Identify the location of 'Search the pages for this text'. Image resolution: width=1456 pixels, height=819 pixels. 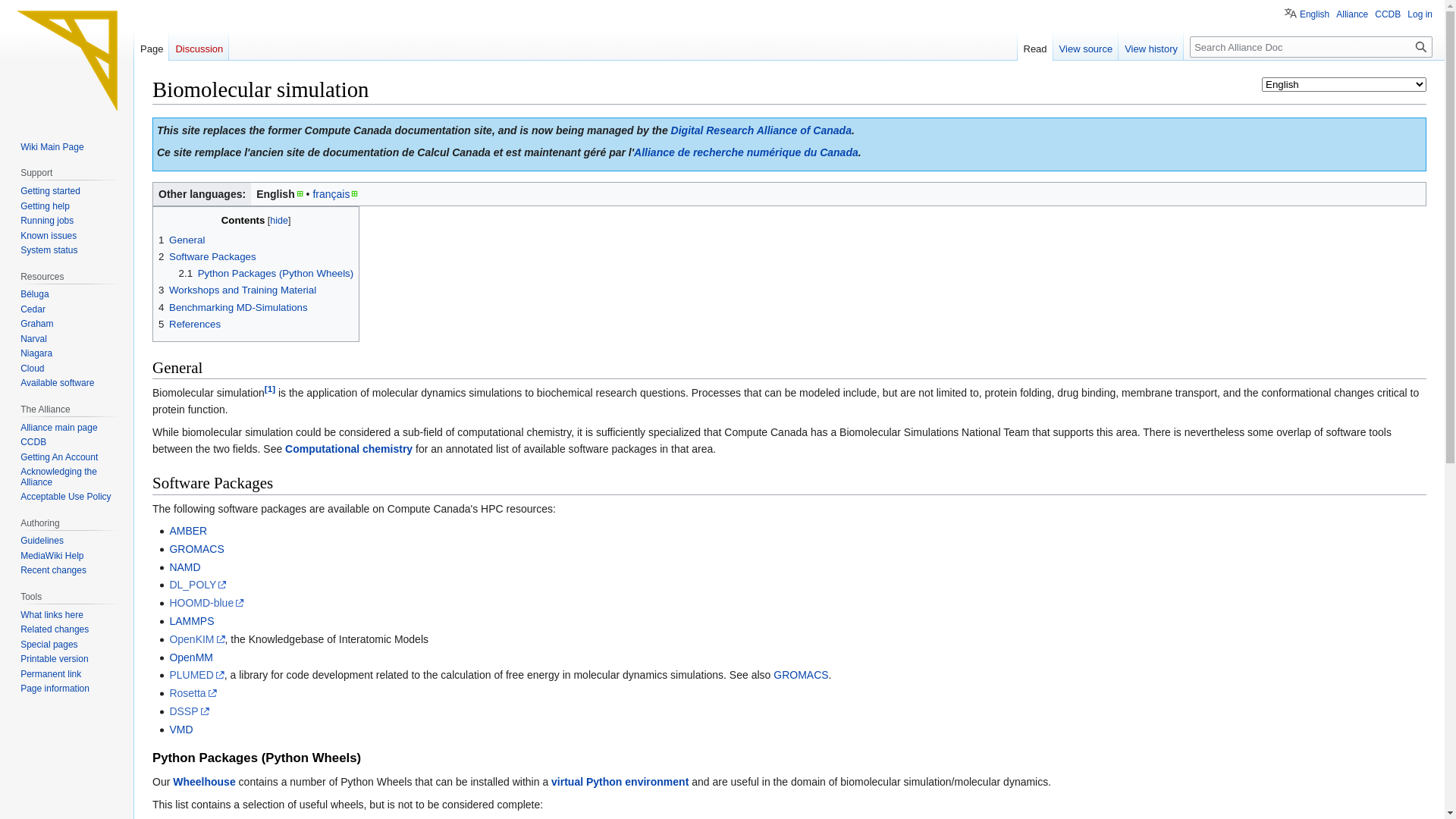
(1420, 45).